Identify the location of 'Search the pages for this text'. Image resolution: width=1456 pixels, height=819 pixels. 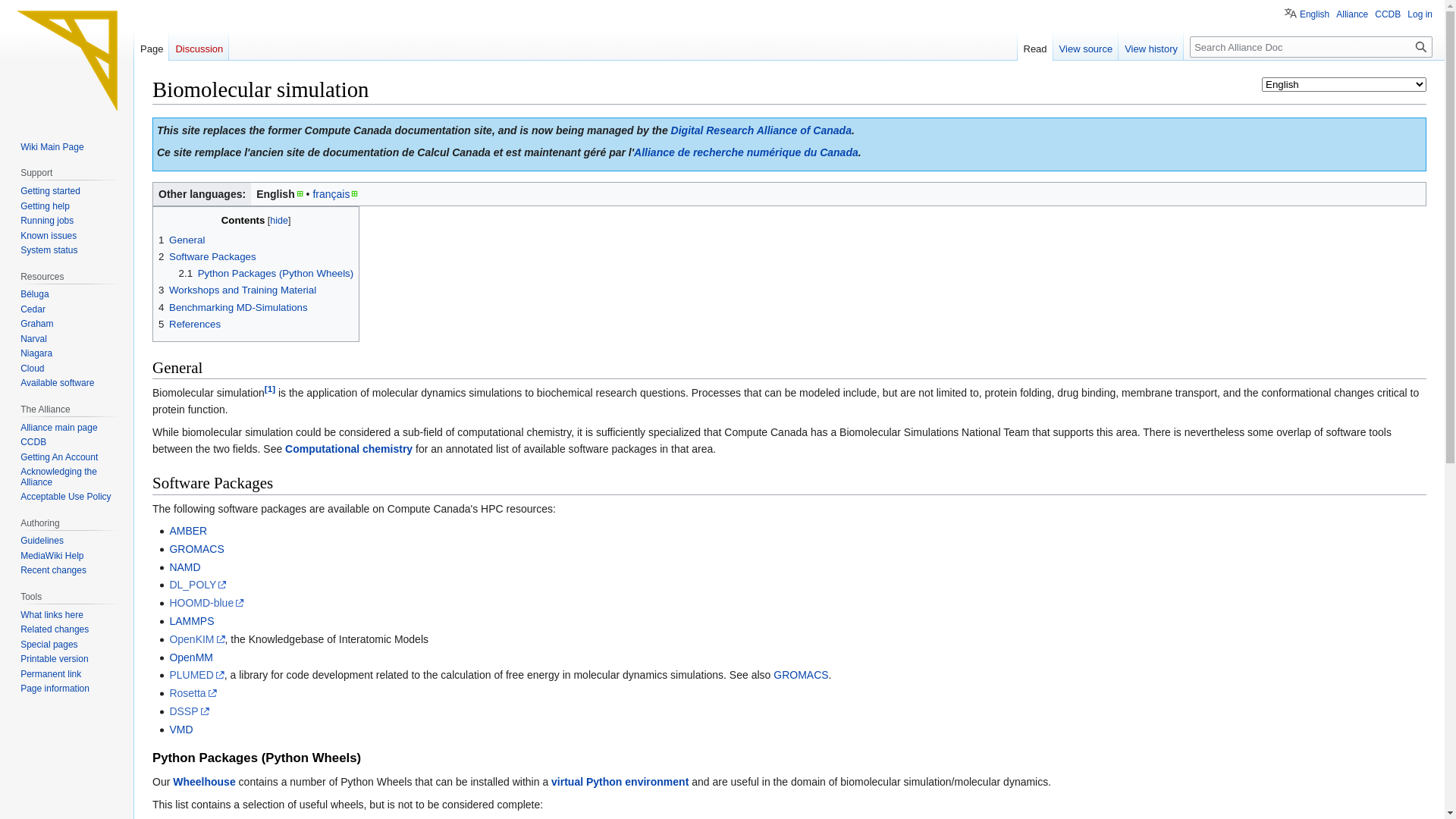
(1420, 45).